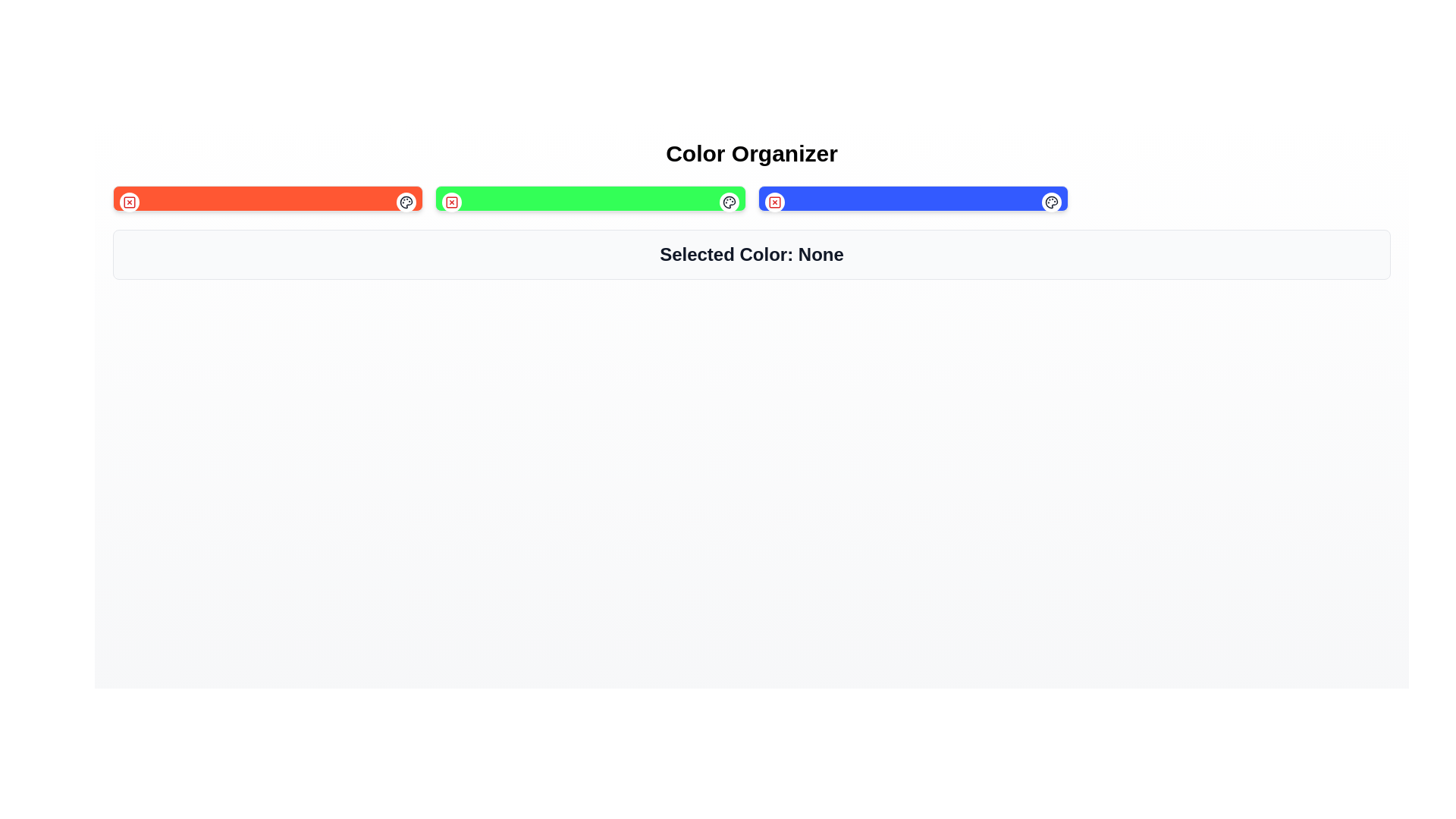 Image resolution: width=1456 pixels, height=819 pixels. Describe the element at coordinates (752, 154) in the screenshot. I see `the main heading at the top of the interface that indicates the application's purpose` at that location.